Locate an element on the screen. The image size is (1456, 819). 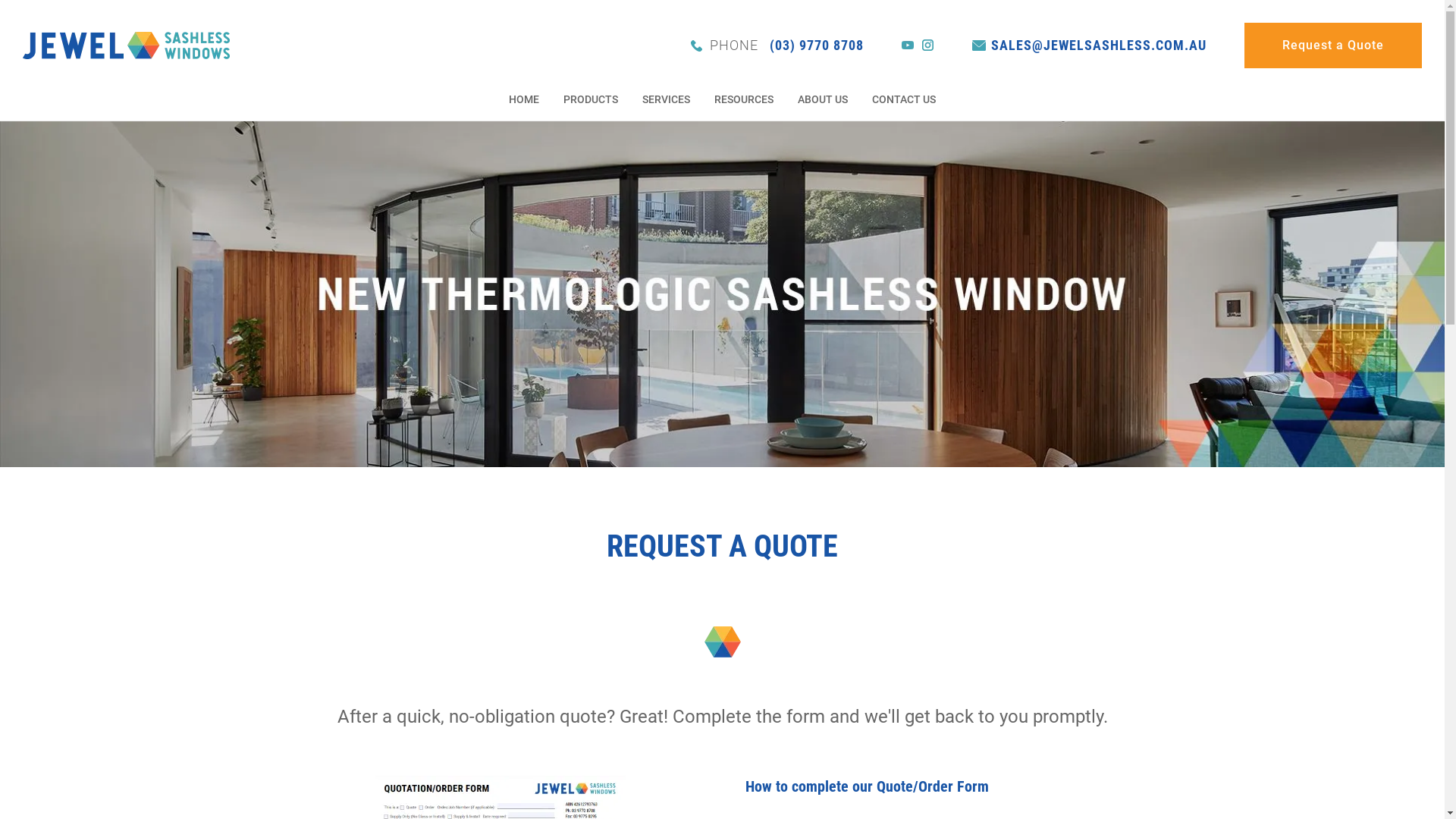
'PRODUCTS' is located at coordinates (589, 100).